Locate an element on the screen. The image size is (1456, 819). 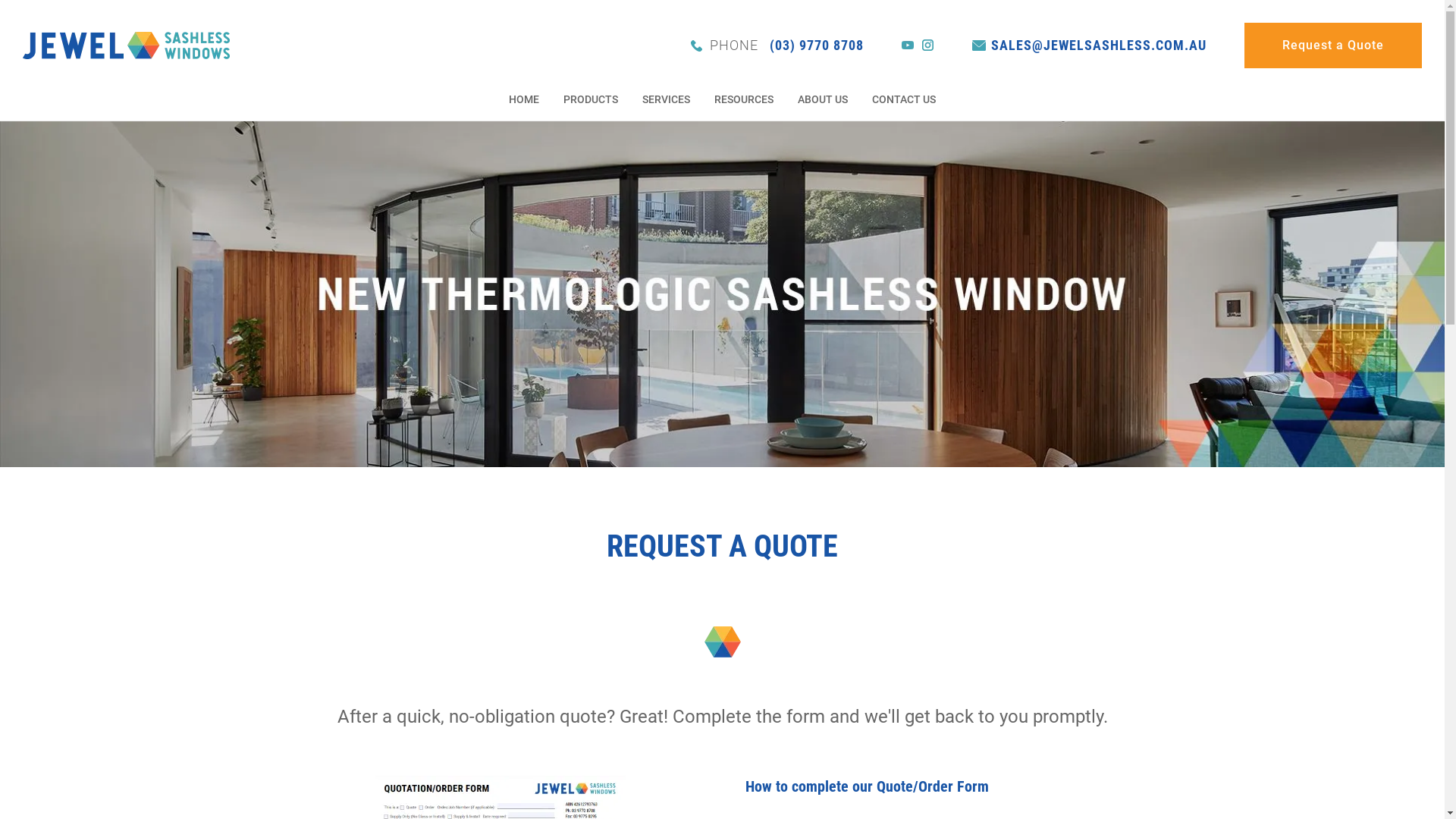
'PRODUCTS' is located at coordinates (589, 100).